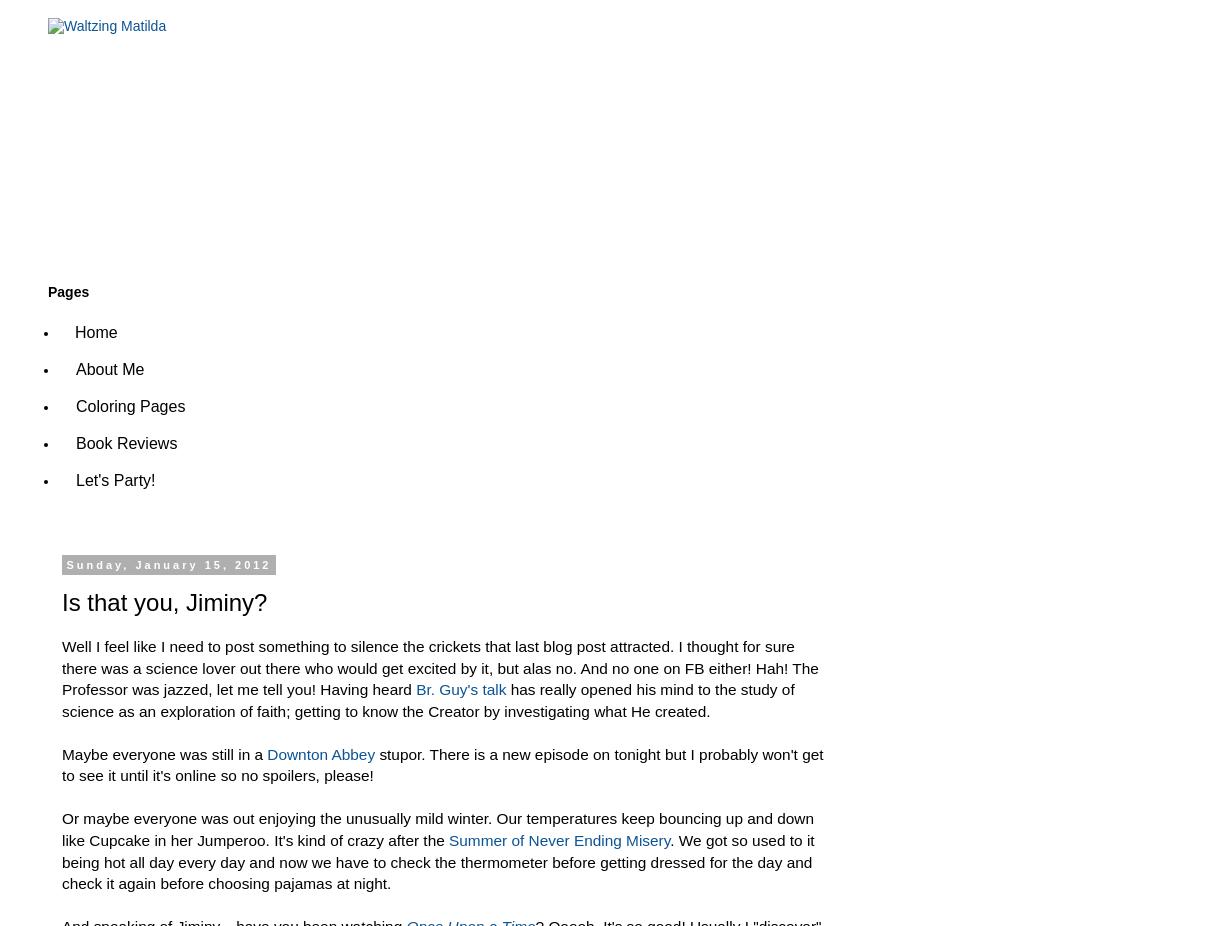 This screenshot has width=1208, height=926. I want to click on '. We got so used to it being hot all day every day and now we have to check the thermometer before getting dressed for the day and check it again before choosing pajamas at night.', so click(437, 862).